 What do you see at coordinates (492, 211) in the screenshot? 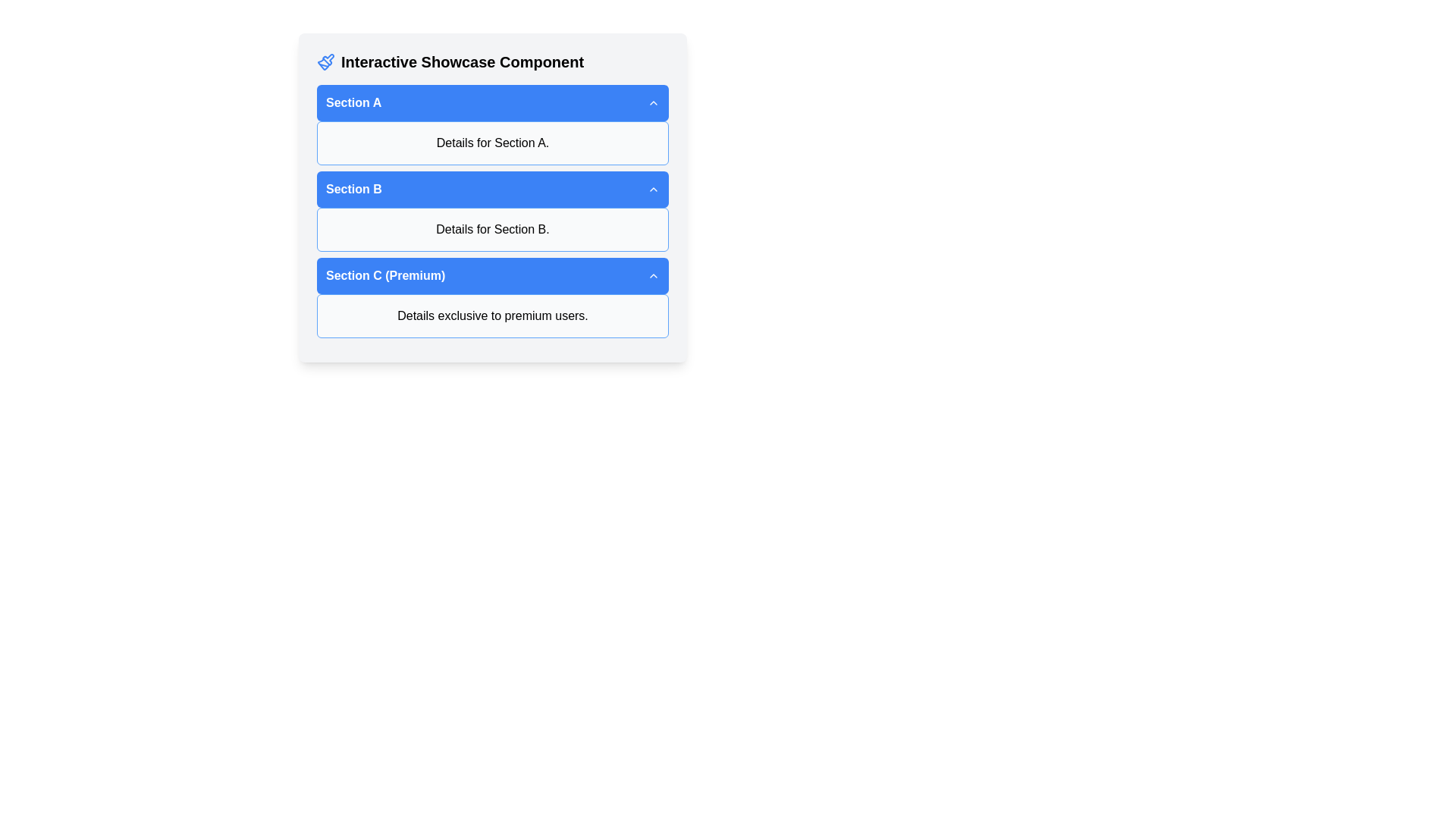
I see `the title of the collapsible panel for 'Section B' to read its content` at bounding box center [492, 211].